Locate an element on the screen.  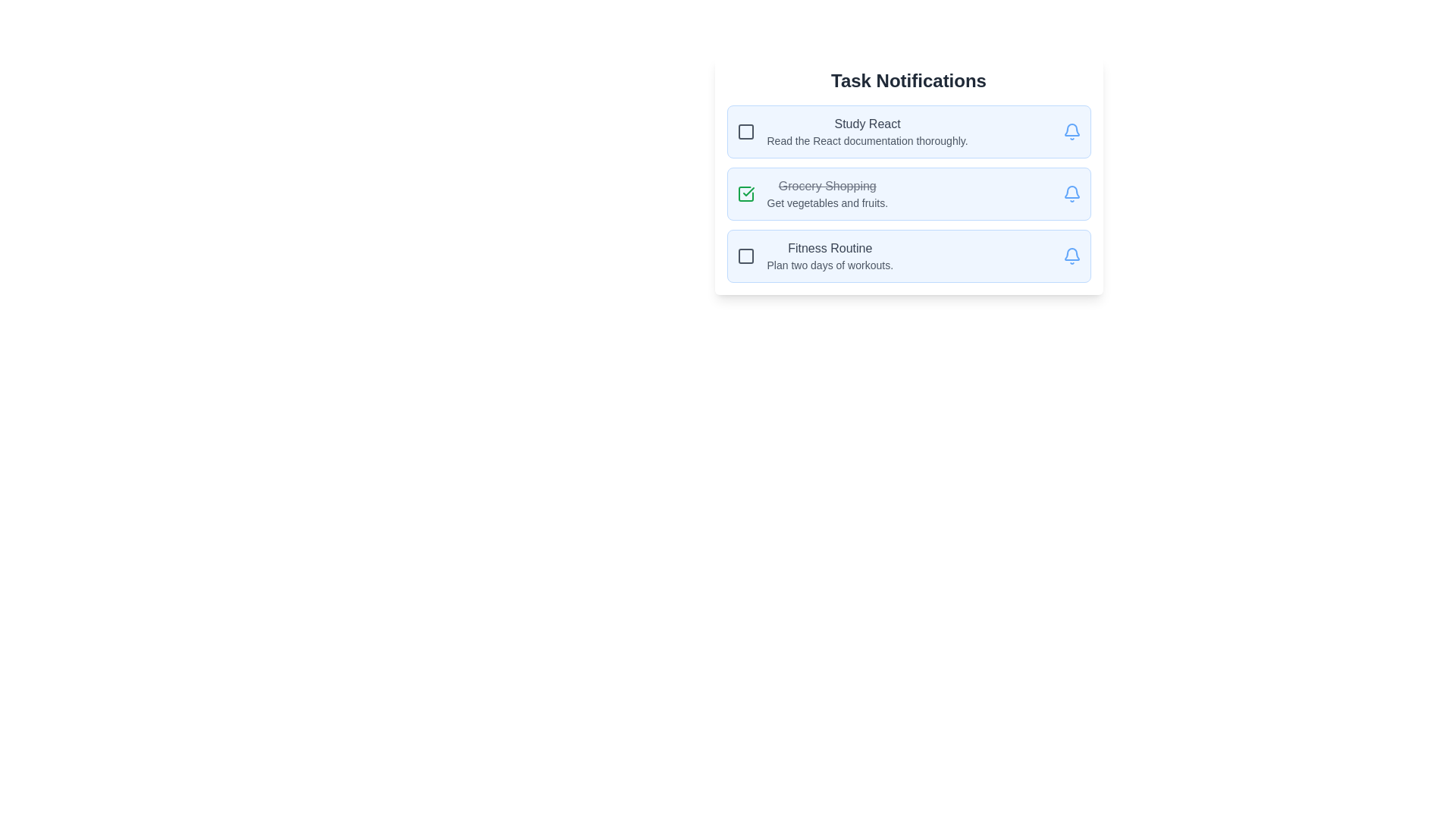
the bell icon located on the far right of the 'Grocery Shopping' entry is located at coordinates (1071, 193).